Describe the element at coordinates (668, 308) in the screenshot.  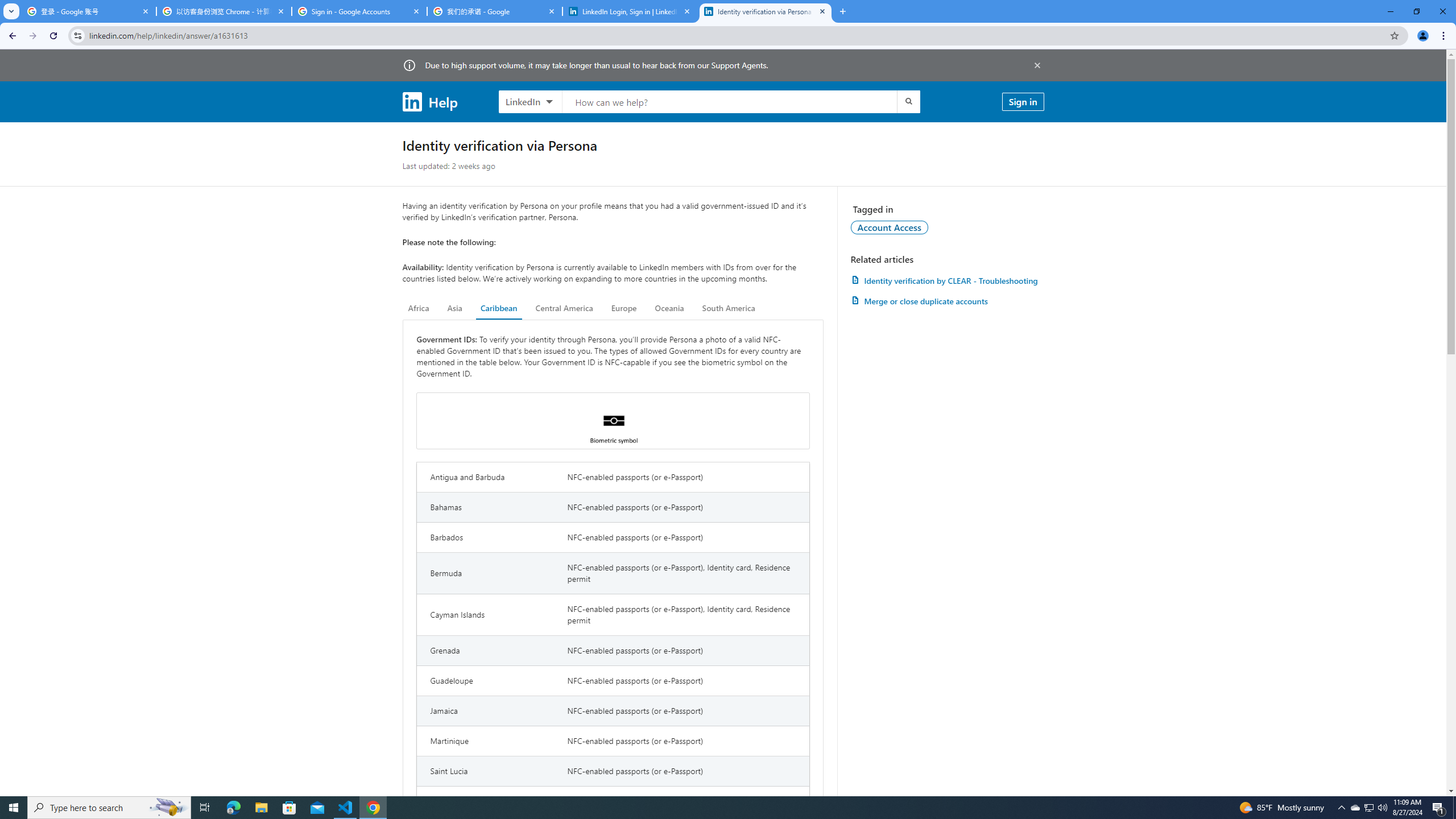
I see `'Oceania'` at that location.